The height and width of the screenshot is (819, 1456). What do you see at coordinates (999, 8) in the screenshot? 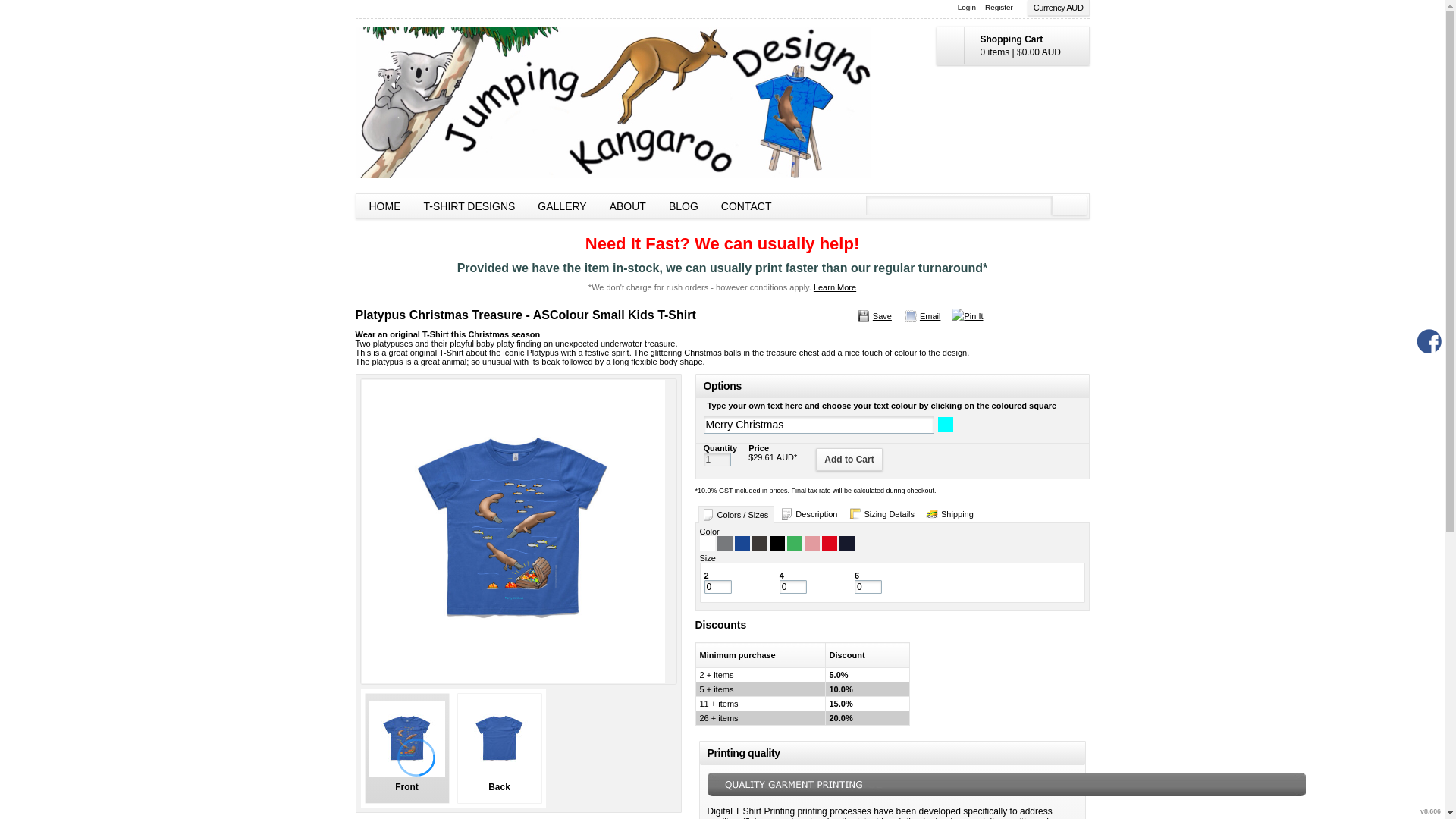
I see `'Register'` at bounding box center [999, 8].